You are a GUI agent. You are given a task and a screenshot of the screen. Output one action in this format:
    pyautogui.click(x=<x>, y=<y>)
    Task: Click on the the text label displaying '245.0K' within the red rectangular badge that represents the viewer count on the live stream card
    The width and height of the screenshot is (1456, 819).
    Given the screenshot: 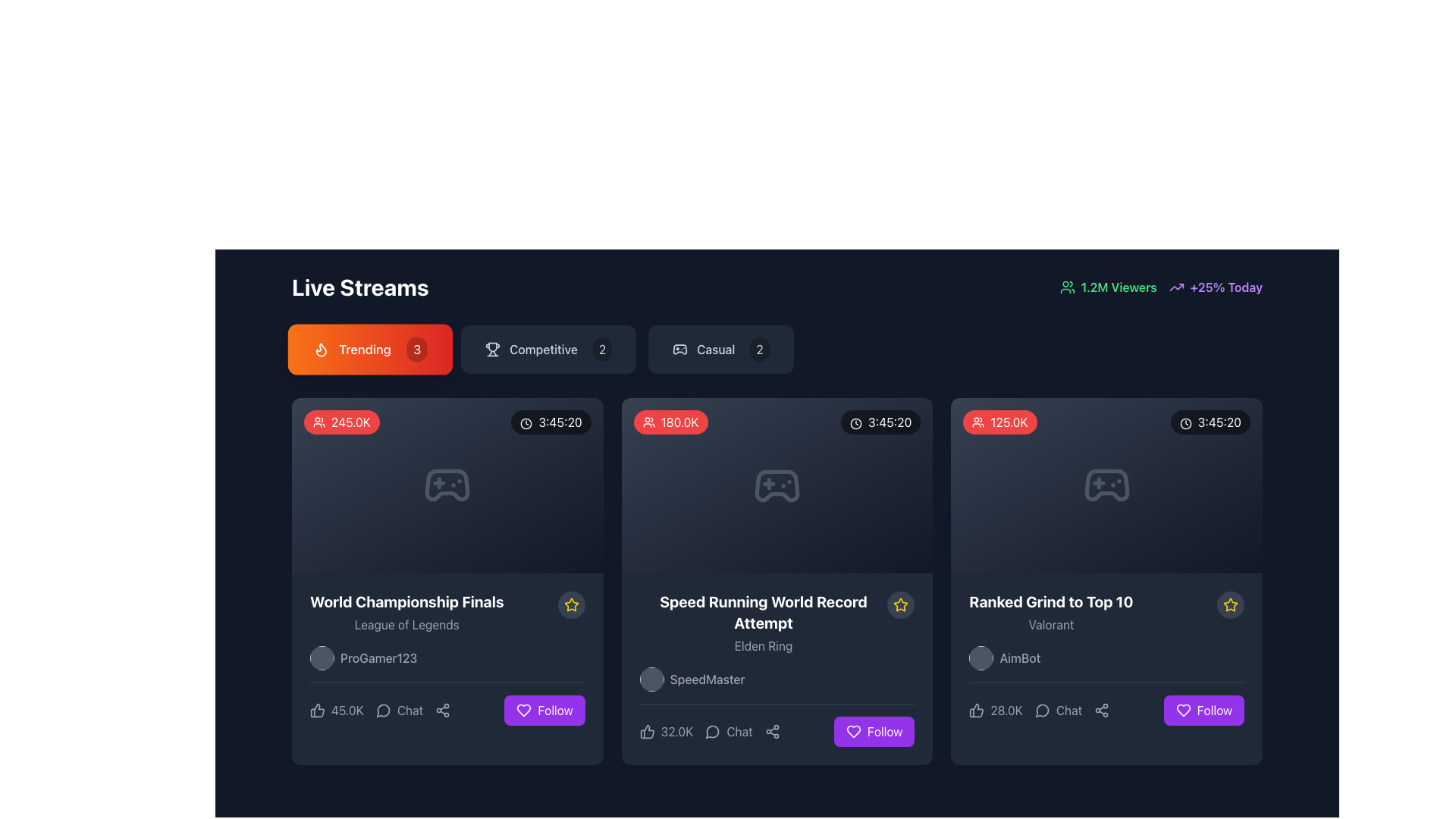 What is the action you would take?
    pyautogui.click(x=350, y=422)
    